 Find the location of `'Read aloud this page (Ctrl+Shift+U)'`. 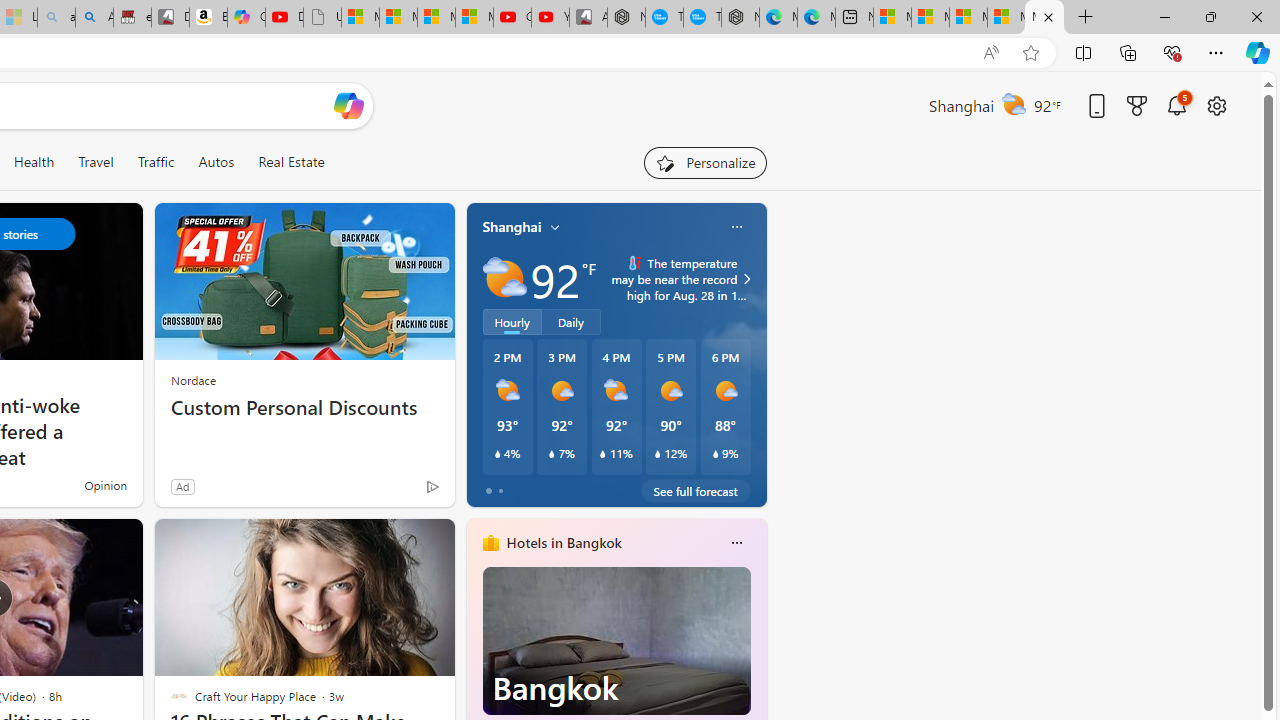

'Read aloud this page (Ctrl+Shift+U)' is located at coordinates (991, 52).